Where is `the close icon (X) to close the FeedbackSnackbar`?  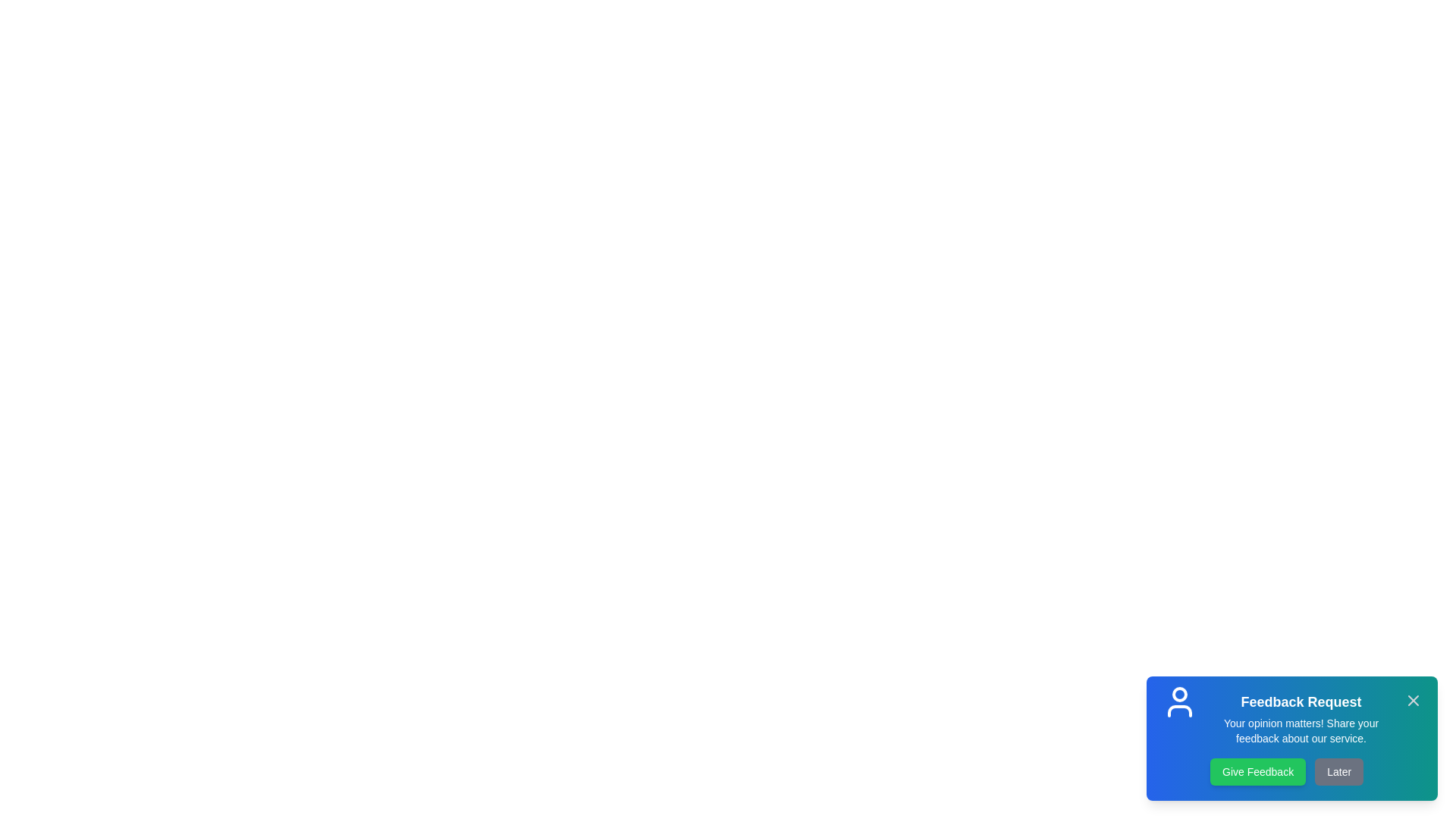
the close icon (X) to close the FeedbackSnackbar is located at coordinates (1412, 701).